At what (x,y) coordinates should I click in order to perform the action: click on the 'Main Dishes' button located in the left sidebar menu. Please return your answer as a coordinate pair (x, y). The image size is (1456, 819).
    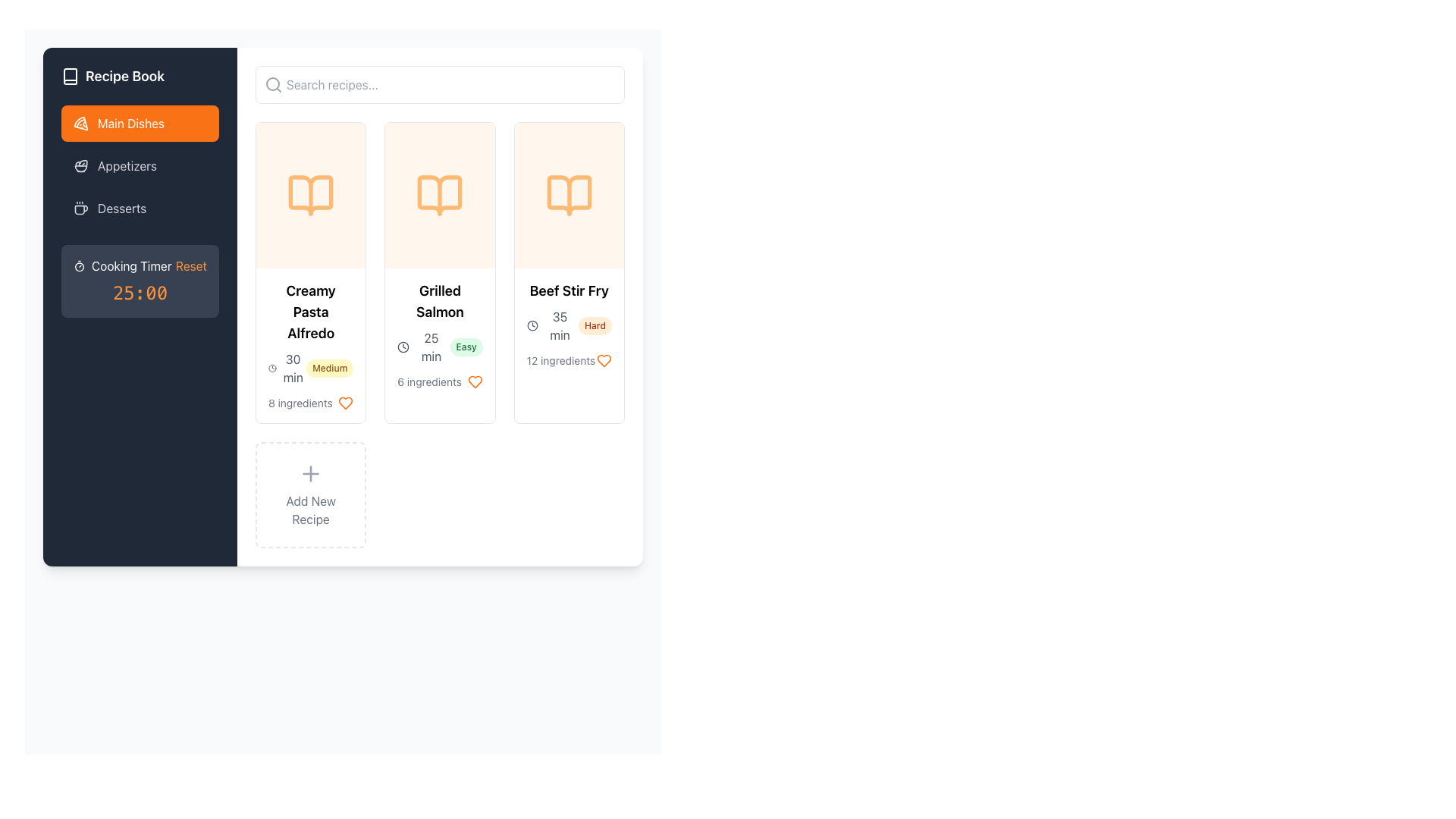
    Looking at the image, I should click on (140, 122).